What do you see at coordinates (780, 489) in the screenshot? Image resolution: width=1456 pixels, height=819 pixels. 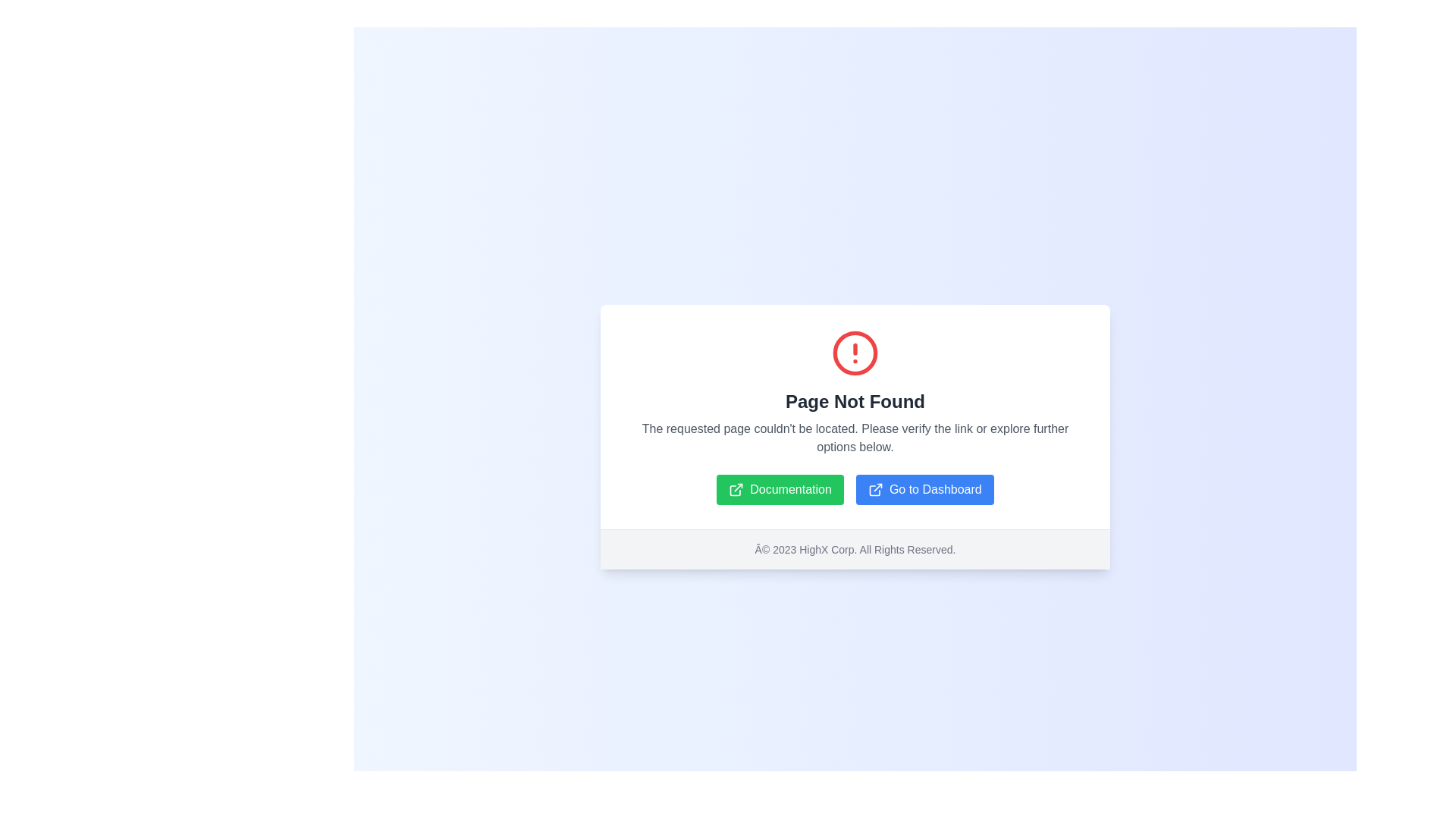 I see `the green button labeled 'Documentation' with an icon to change its background color` at bounding box center [780, 489].